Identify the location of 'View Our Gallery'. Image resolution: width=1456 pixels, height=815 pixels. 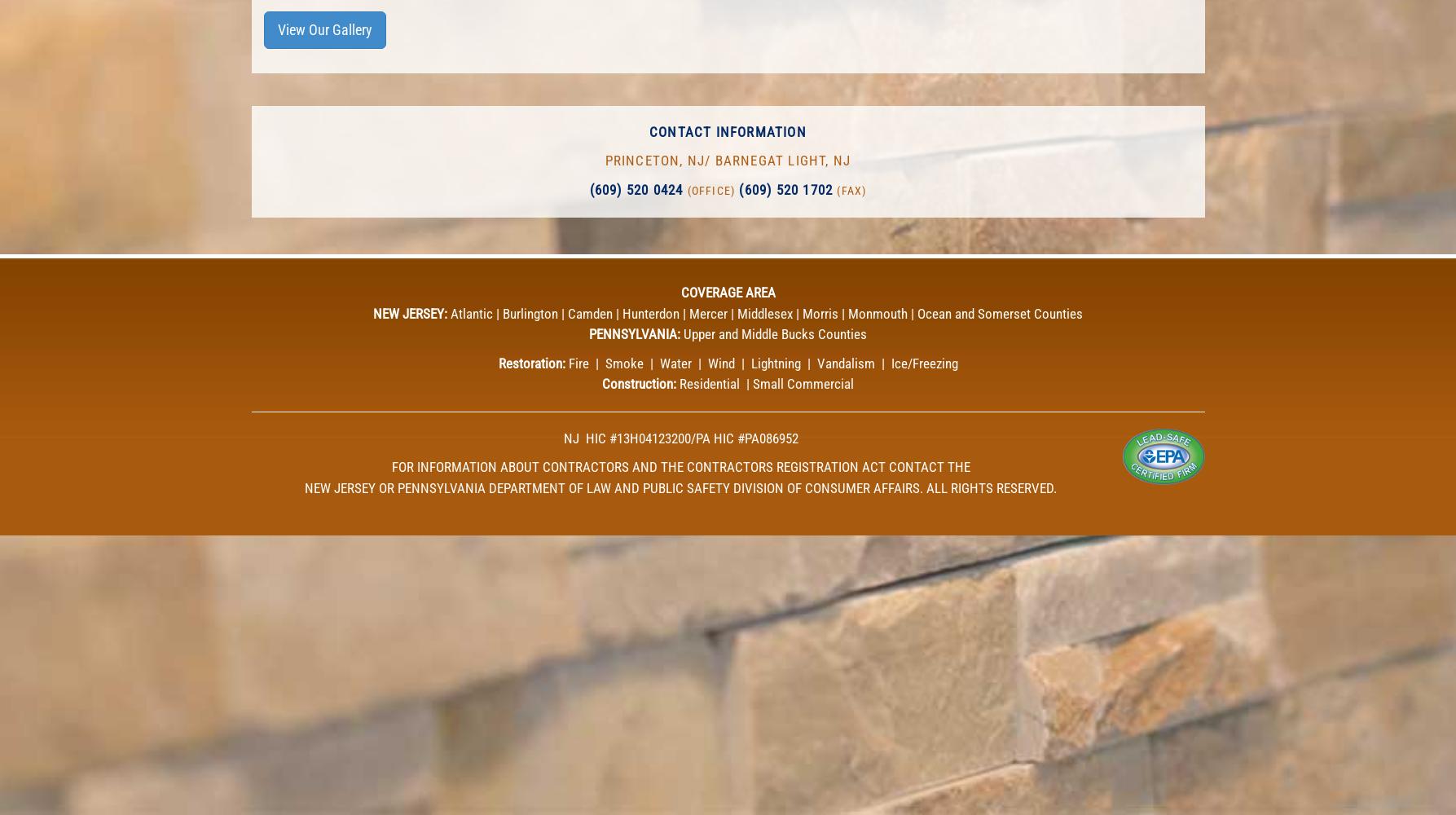
(276, 29).